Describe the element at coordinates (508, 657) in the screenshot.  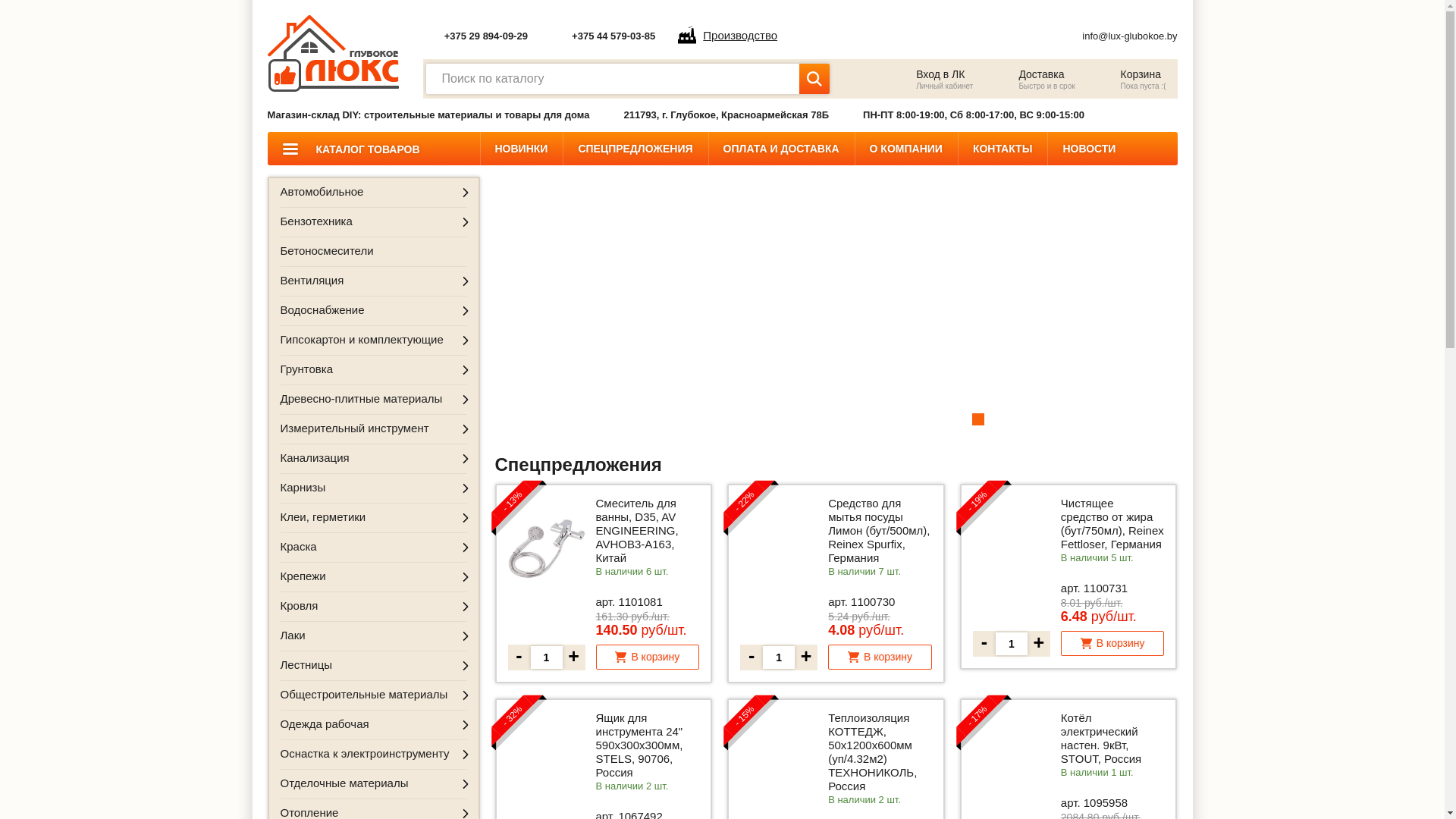
I see `'-'` at that location.